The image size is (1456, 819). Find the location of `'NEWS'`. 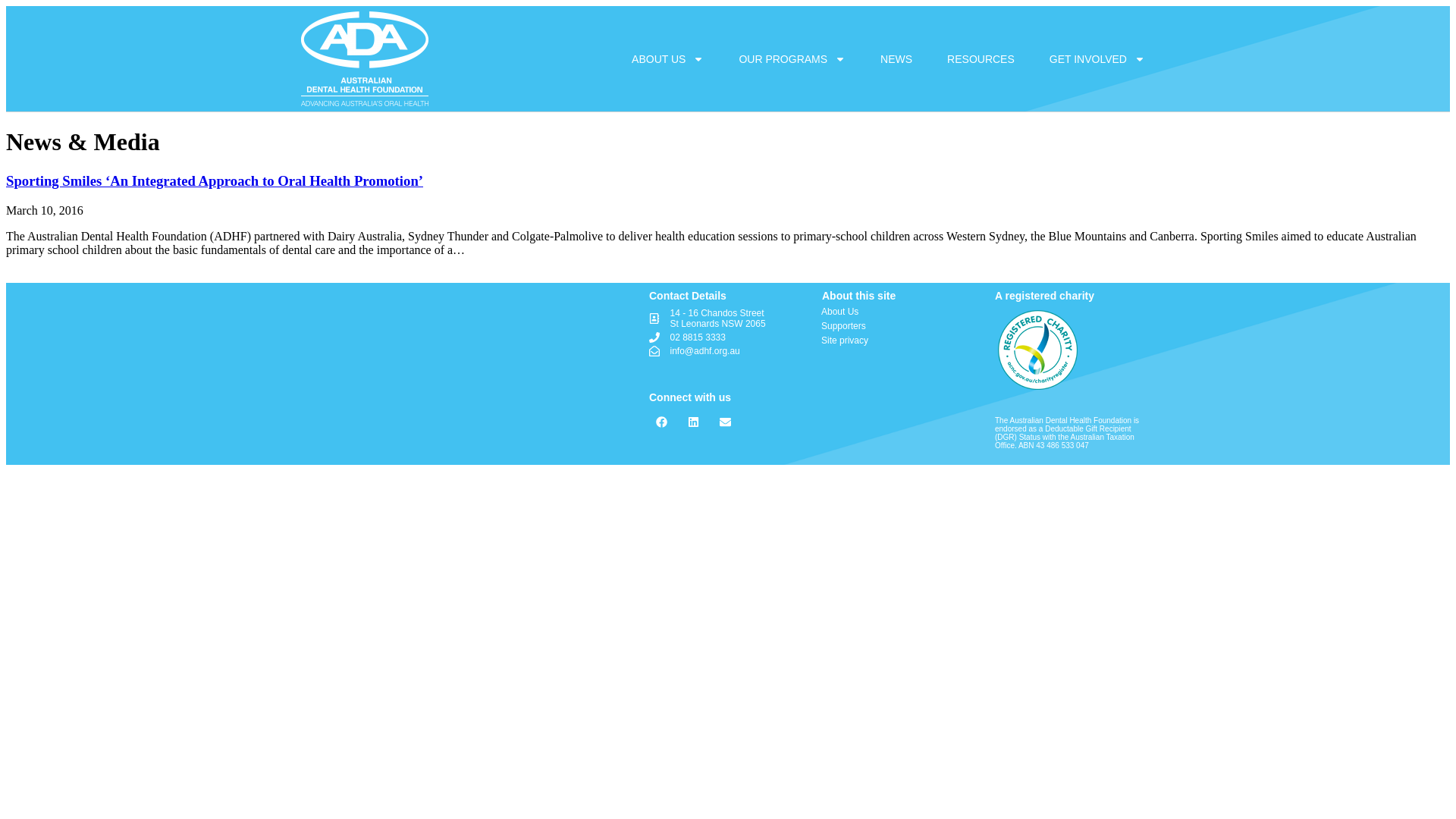

'NEWS' is located at coordinates (896, 58).